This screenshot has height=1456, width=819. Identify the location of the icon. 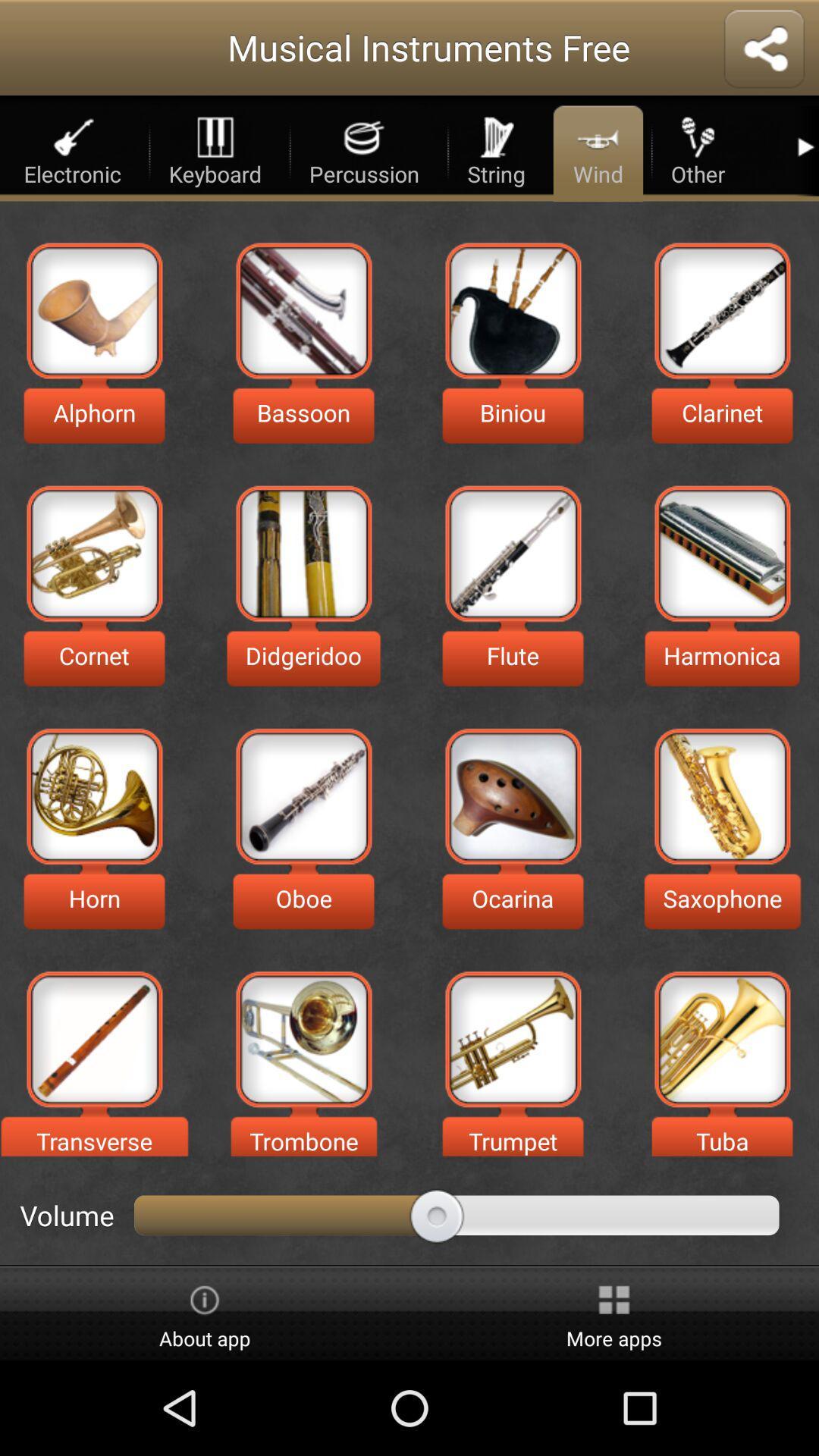
(94, 1038).